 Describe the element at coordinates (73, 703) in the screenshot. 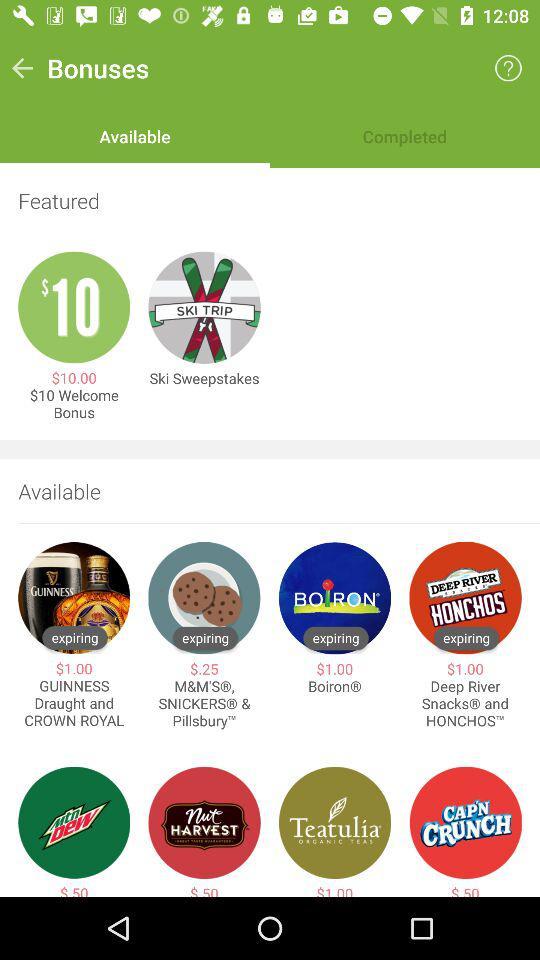

I see `the icon below the $1.00 icon` at that location.